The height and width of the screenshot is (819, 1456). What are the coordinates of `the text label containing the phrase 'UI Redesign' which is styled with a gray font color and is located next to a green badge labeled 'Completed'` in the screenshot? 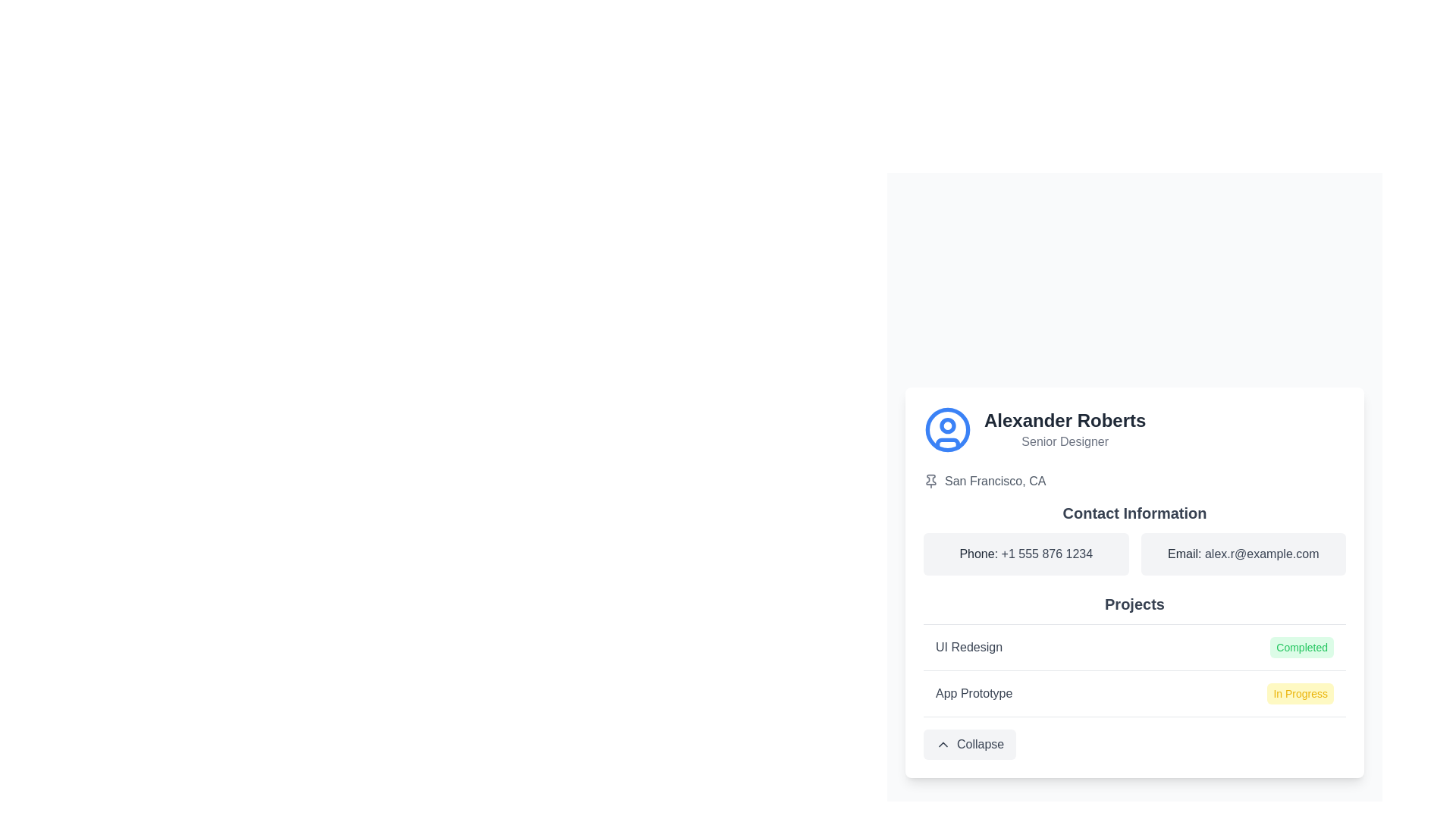 It's located at (968, 647).